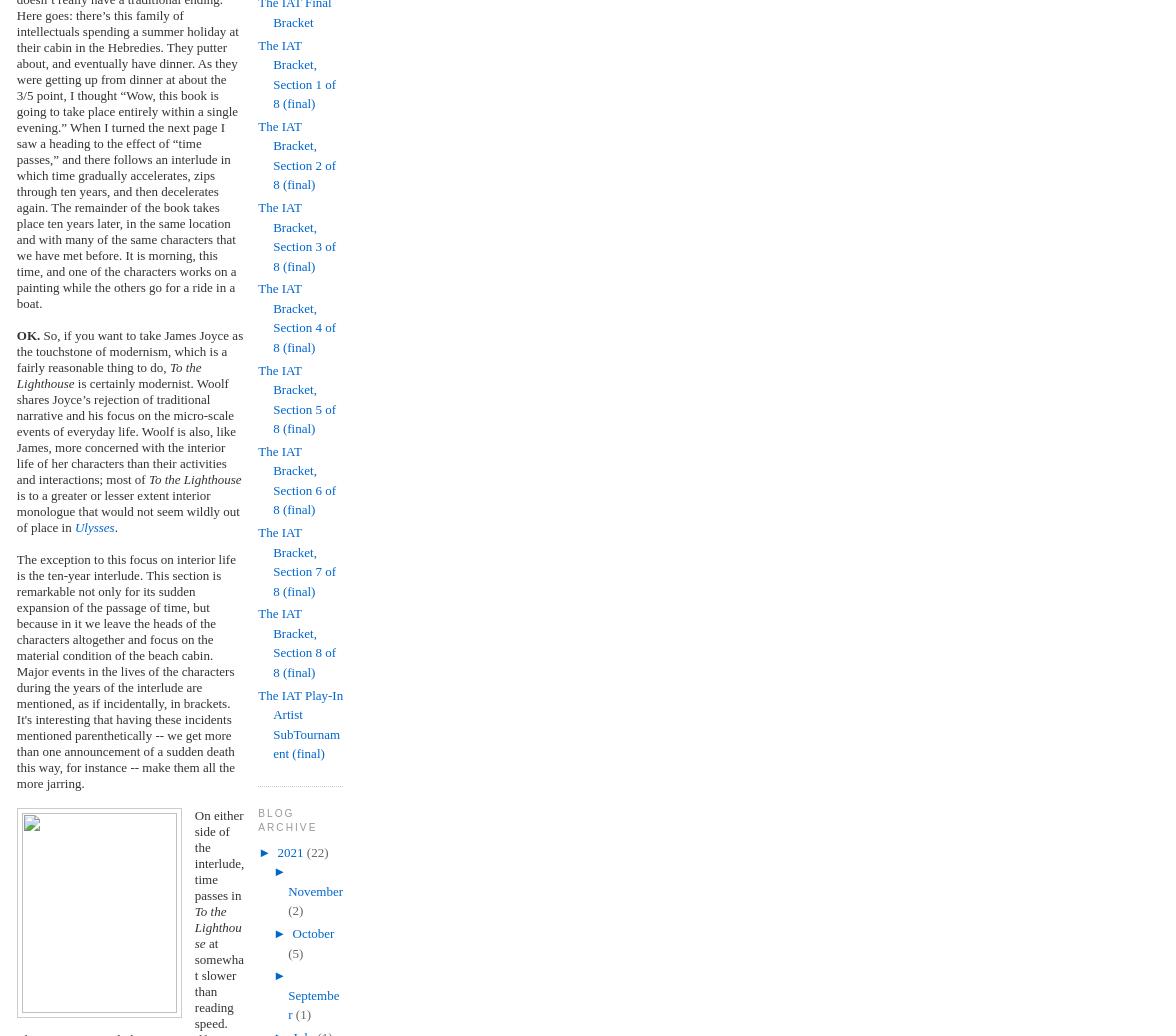 This screenshot has width=1176, height=1036. Describe the element at coordinates (296, 154) in the screenshot. I see `'The IAT Bracket, Section 2 of 8 (final)'` at that location.